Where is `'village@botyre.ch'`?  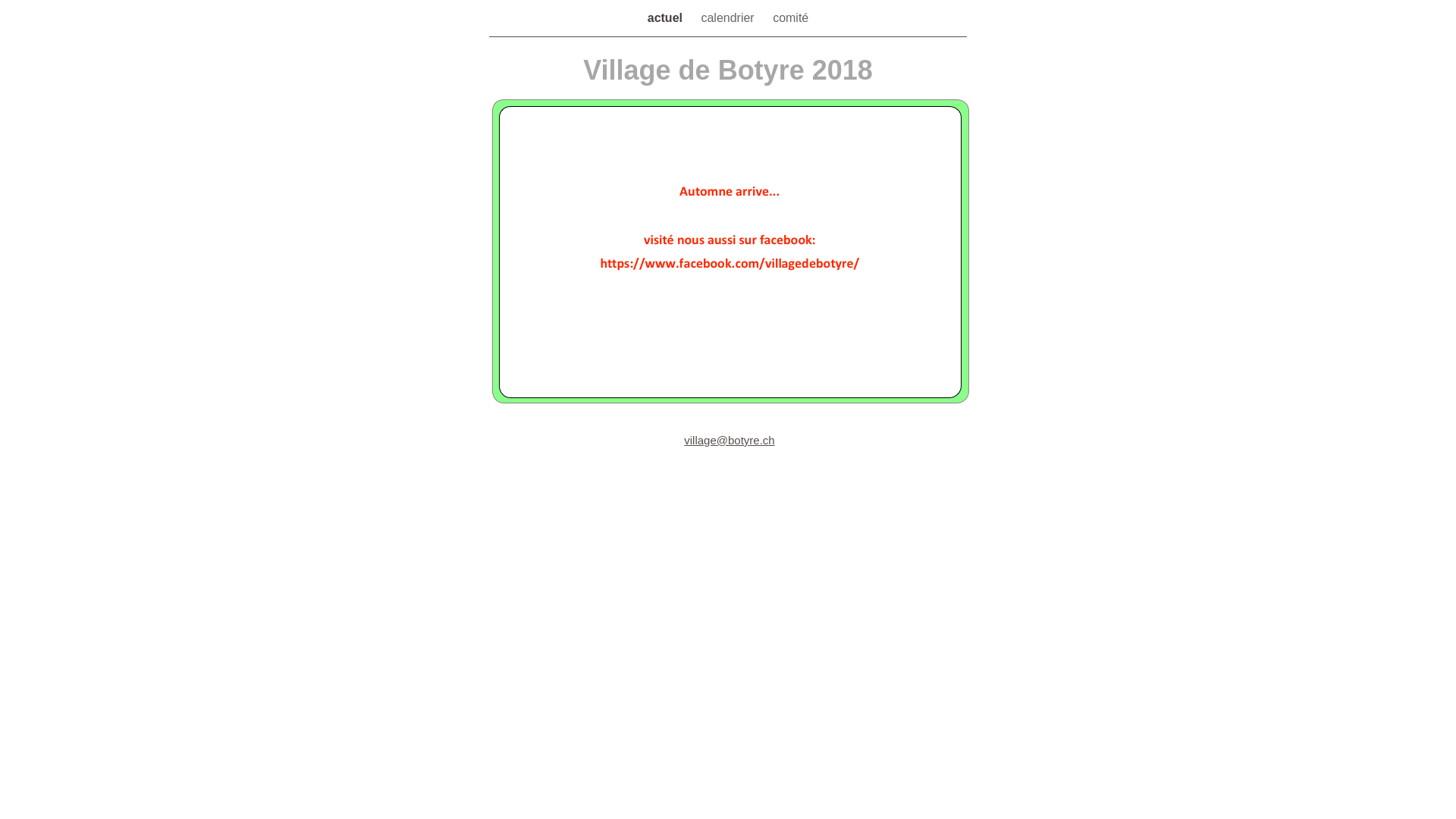
'village@botyre.ch' is located at coordinates (729, 440).